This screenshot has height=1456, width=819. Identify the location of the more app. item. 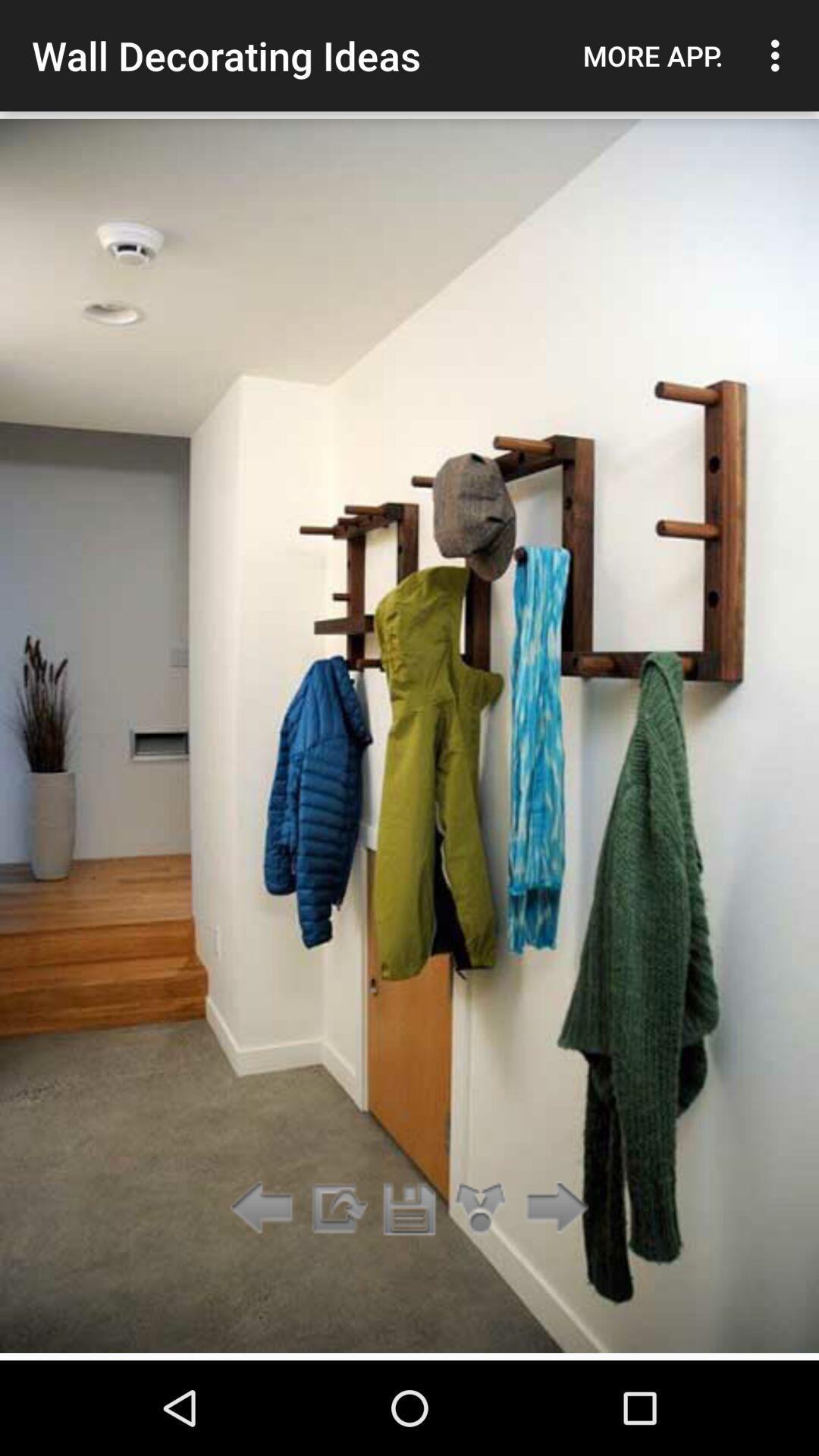
(652, 55).